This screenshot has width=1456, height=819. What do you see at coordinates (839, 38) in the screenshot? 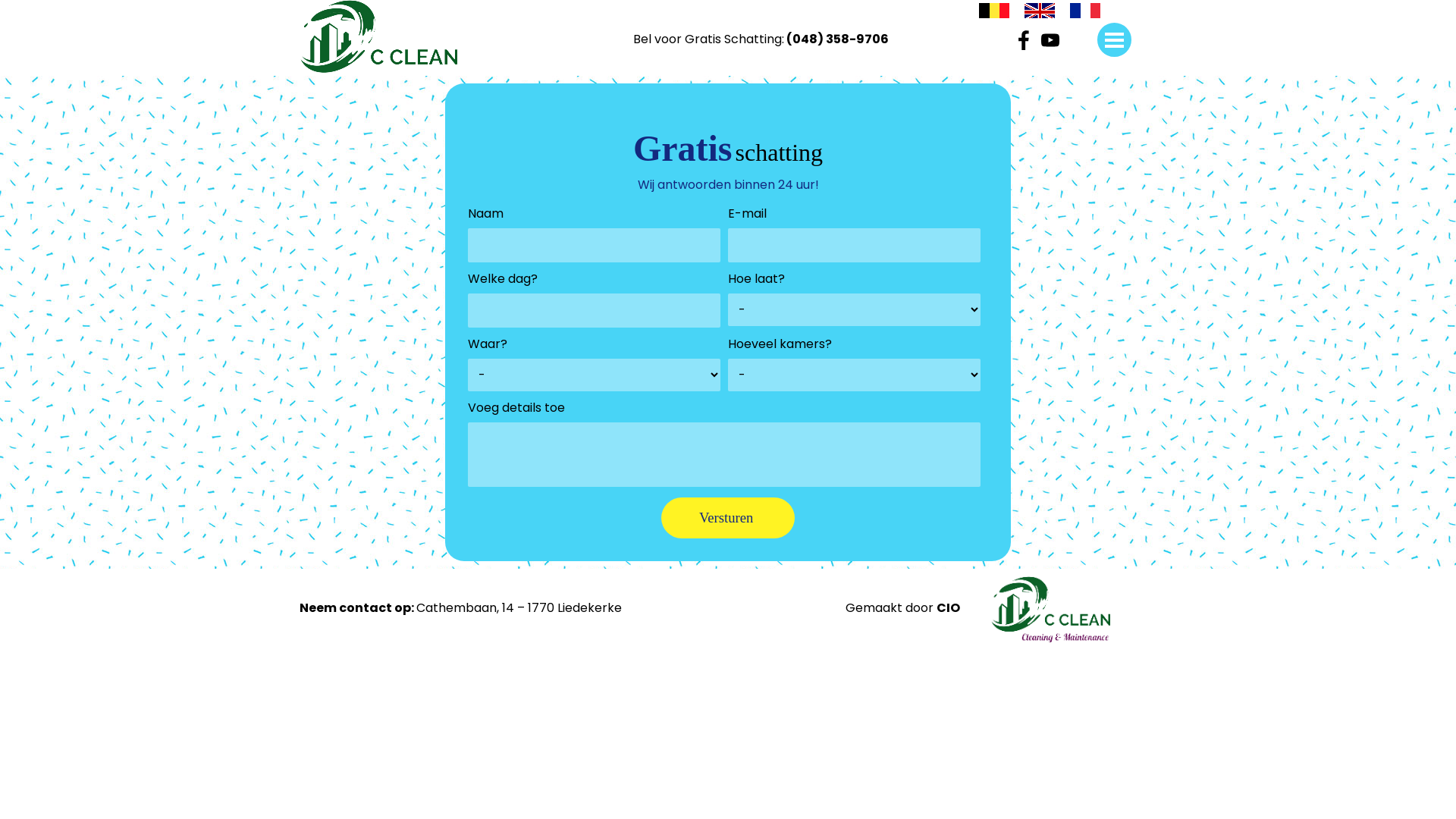
I see `'048) 358-9706'` at bounding box center [839, 38].